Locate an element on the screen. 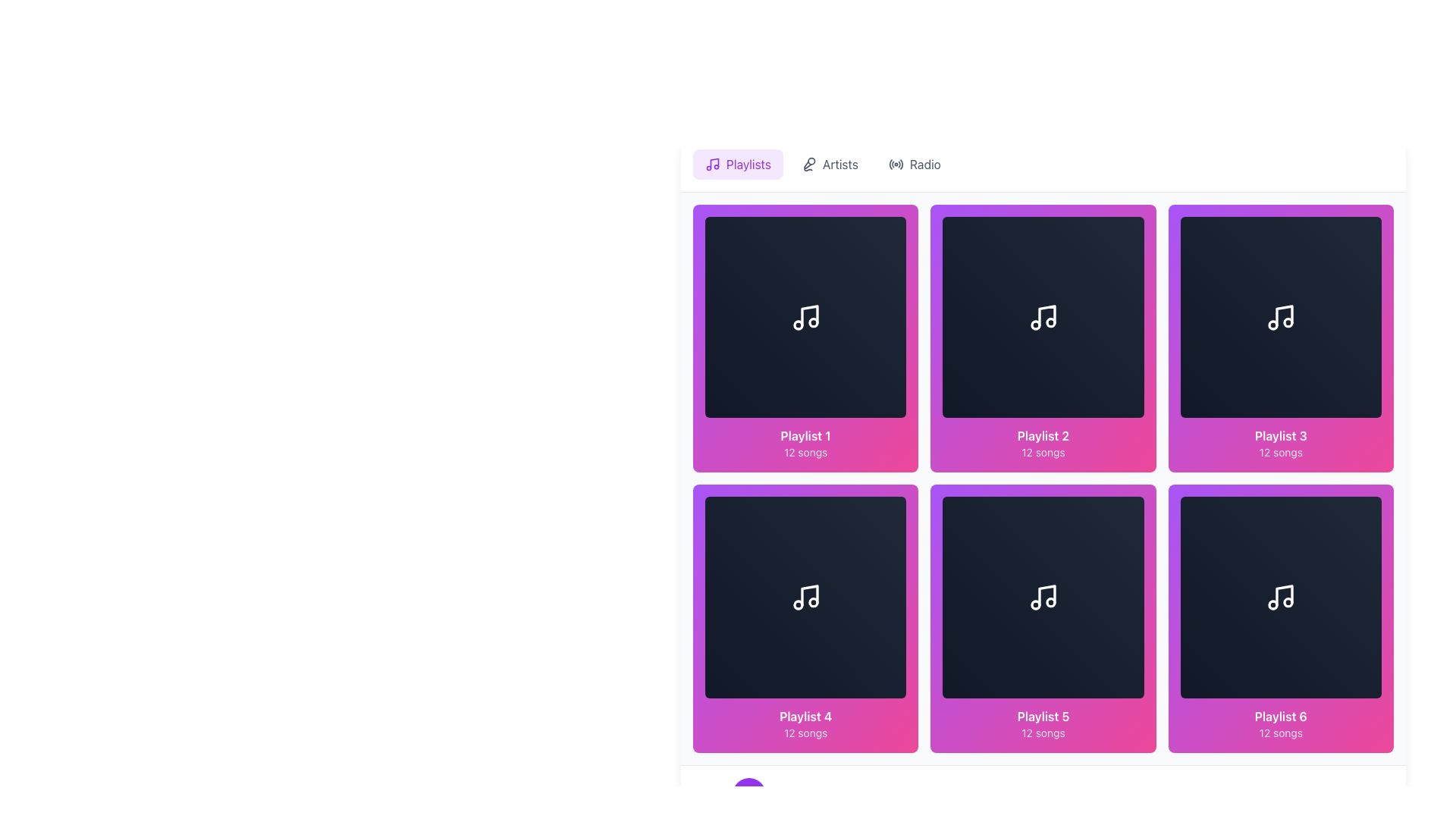  the non-interactive playlist icon located at the center of the fifth playlist card in the grid, which is positioned in the second row and second column from the left is located at coordinates (1043, 596).